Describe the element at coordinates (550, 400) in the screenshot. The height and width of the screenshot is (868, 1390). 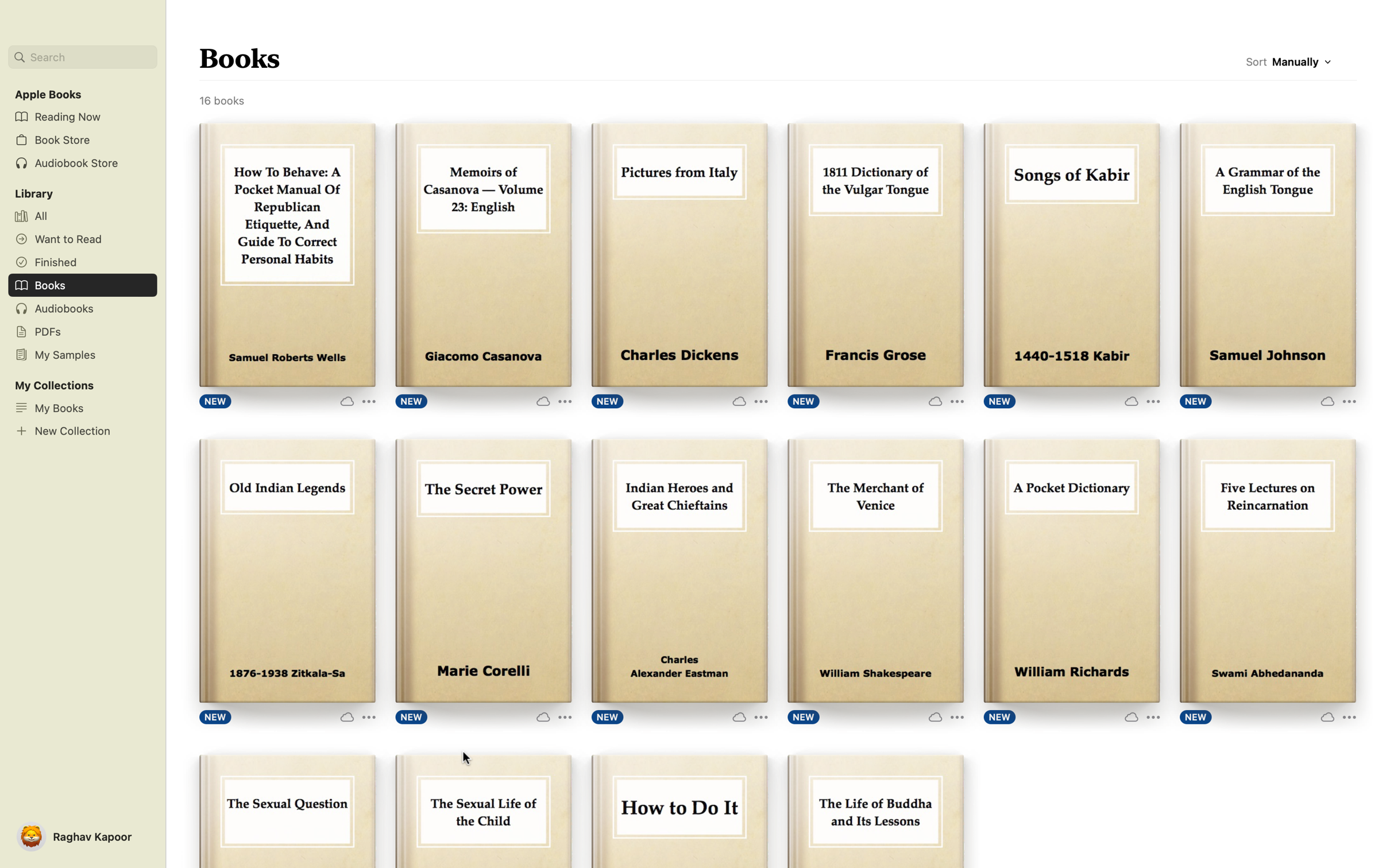
I see `expanded options for the book "Memoirs of Casanova" by clicking on "More Options" button` at that location.